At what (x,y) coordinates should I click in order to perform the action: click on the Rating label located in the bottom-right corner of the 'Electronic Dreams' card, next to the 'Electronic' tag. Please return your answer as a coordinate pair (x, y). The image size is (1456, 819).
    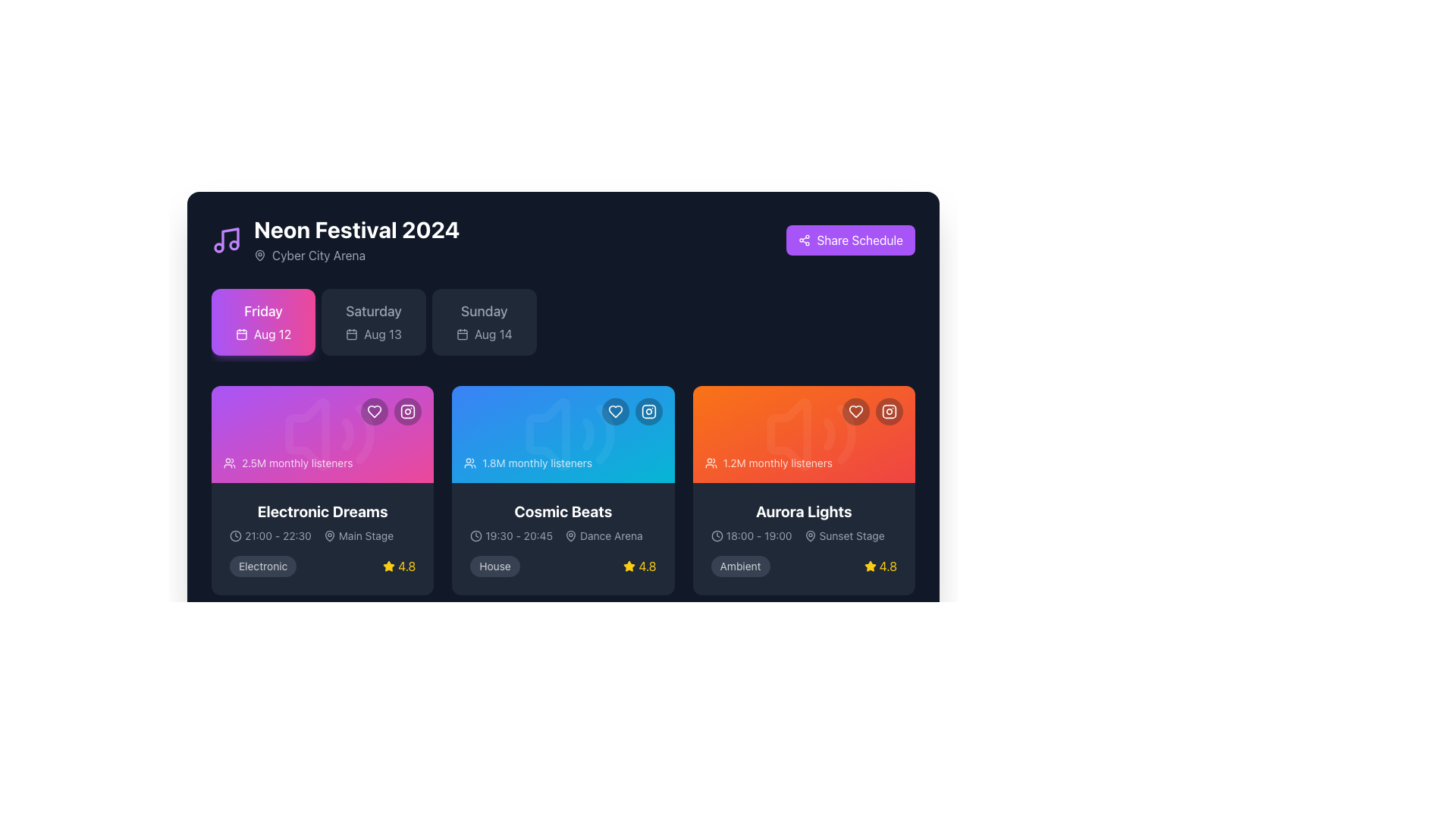
    Looking at the image, I should click on (399, 566).